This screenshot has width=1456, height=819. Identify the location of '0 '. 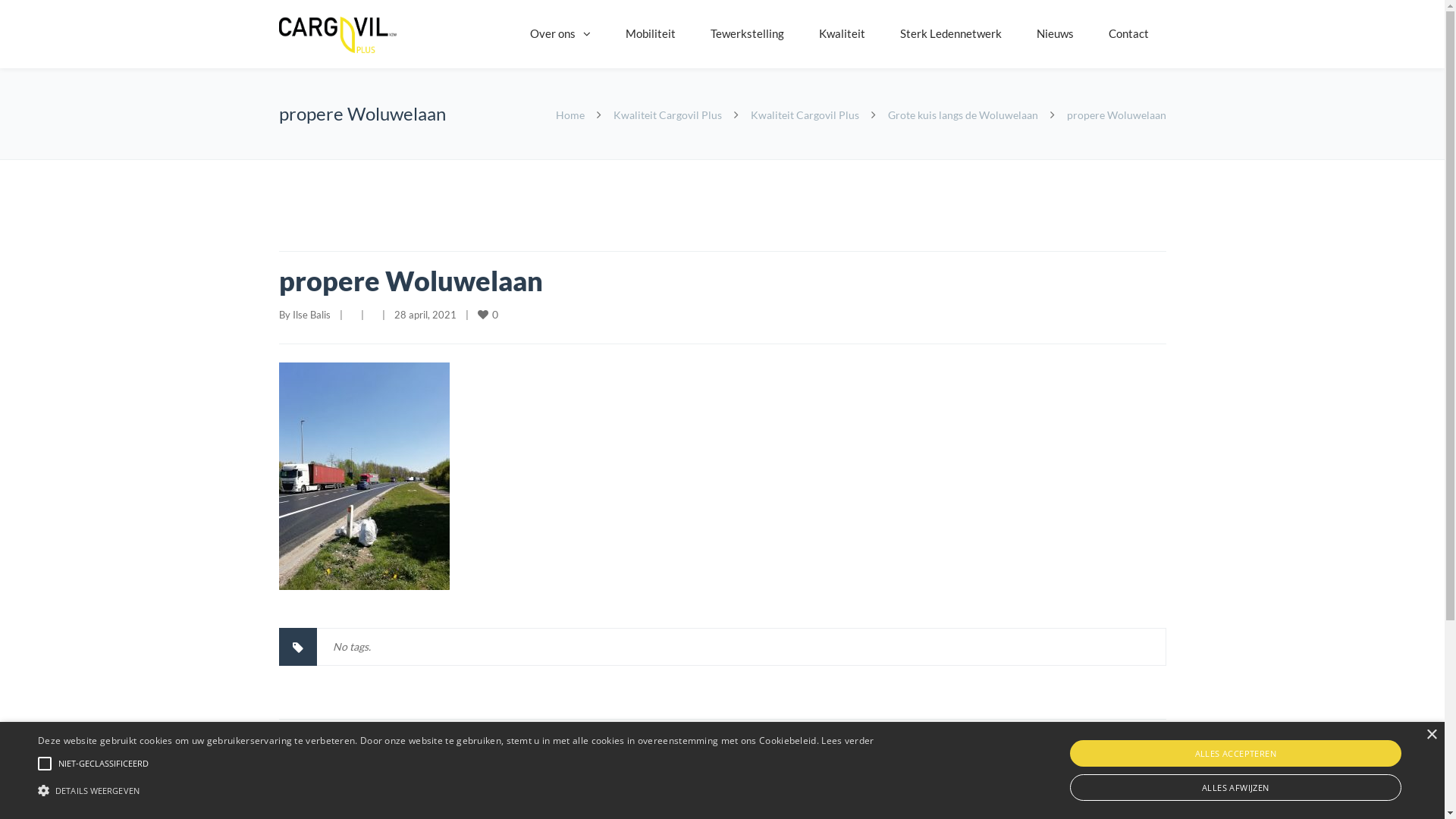
(488, 313).